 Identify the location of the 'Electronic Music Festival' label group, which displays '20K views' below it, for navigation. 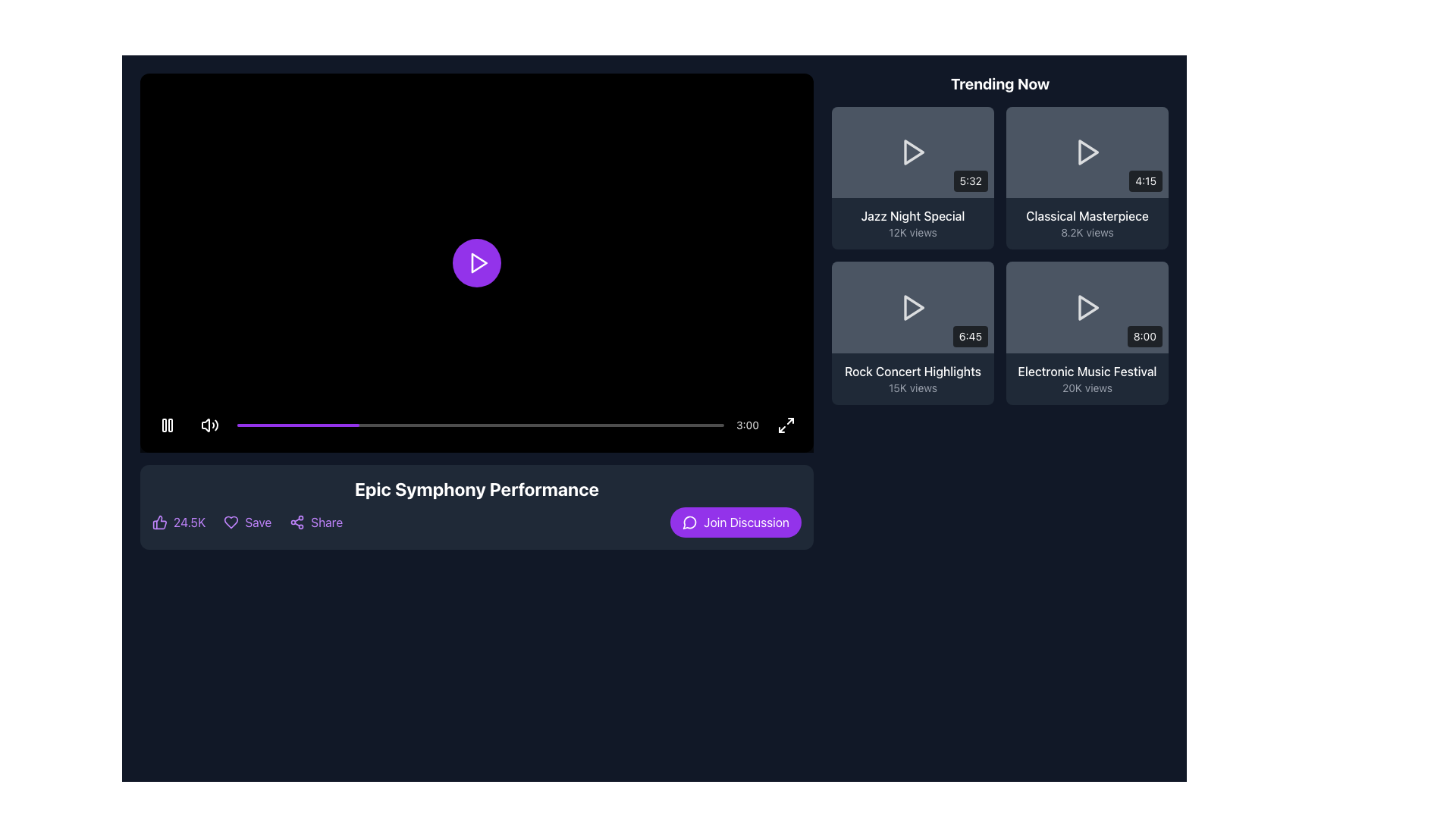
(1087, 377).